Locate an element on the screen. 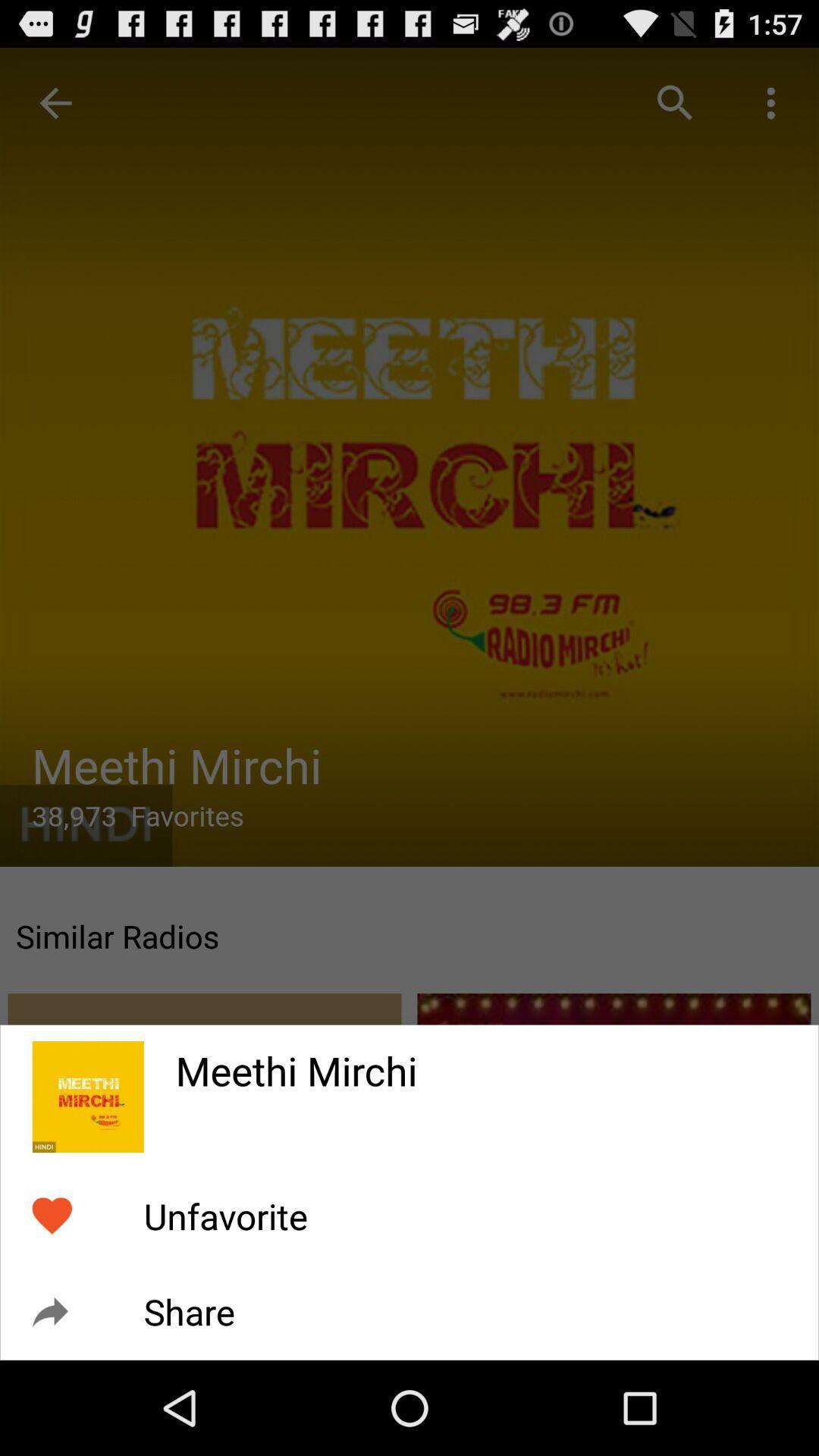  the item below unfavorite is located at coordinates (188, 1311).